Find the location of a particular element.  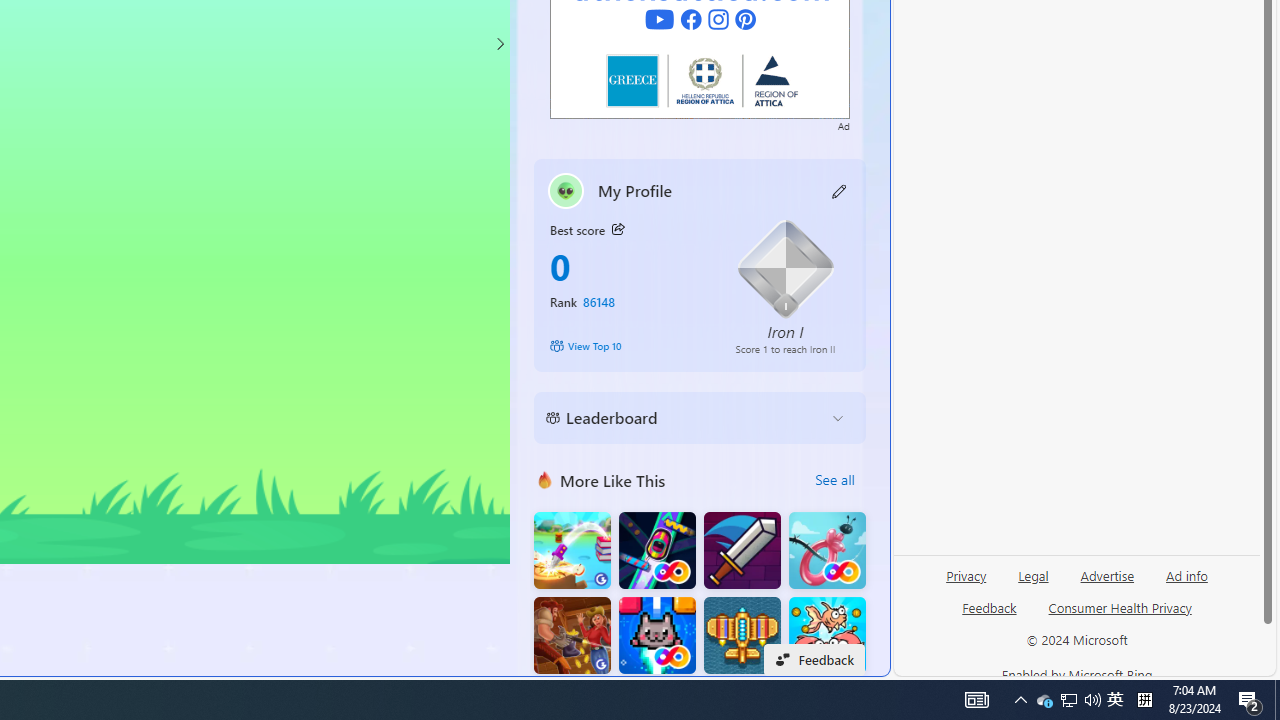

'See all' is located at coordinates (835, 479).